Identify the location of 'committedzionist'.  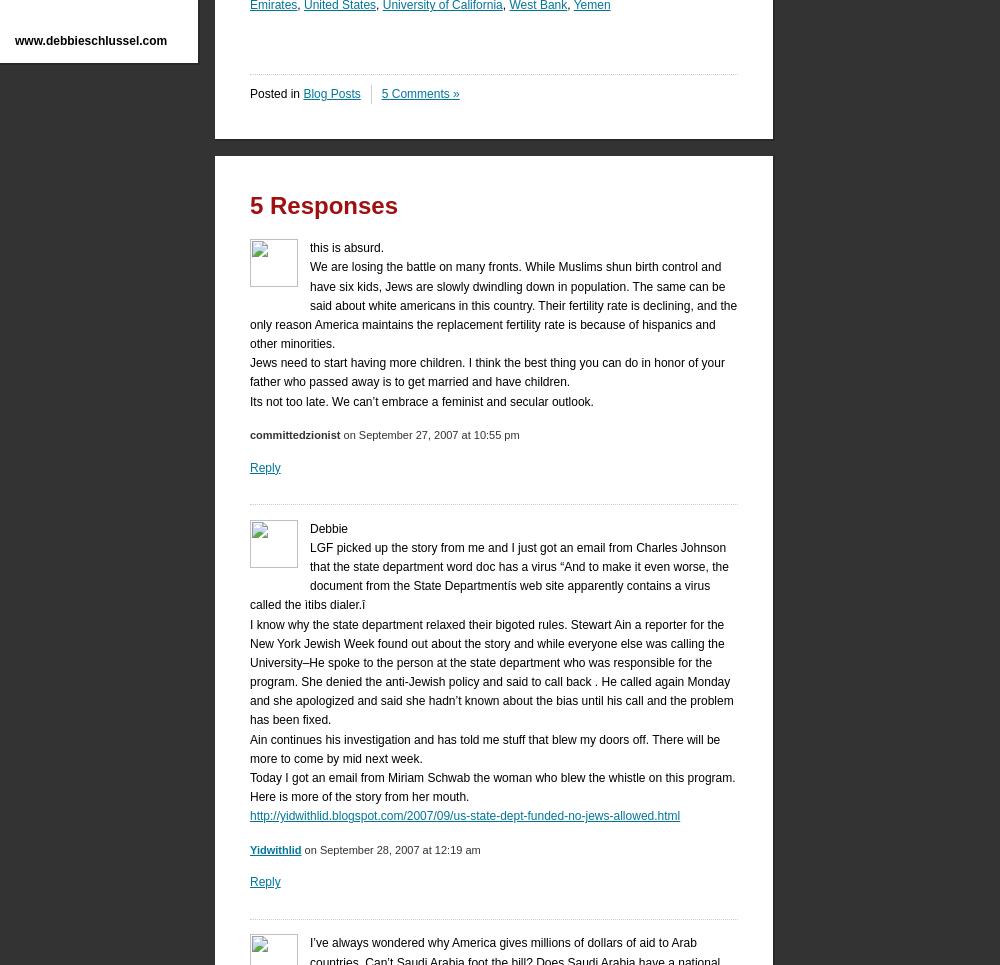
(295, 435).